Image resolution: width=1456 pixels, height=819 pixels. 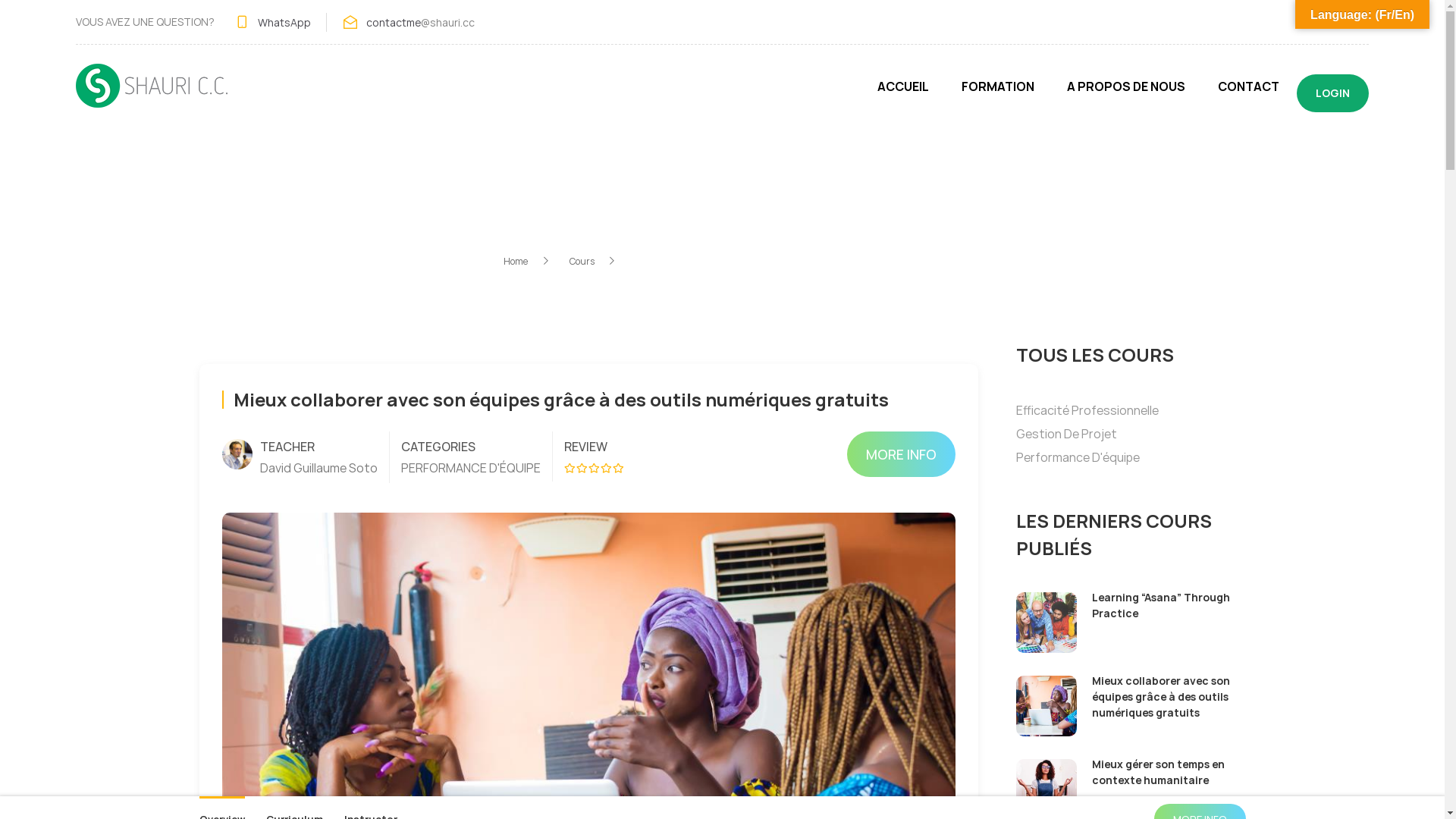 I want to click on 'Cours', so click(x=591, y=260).